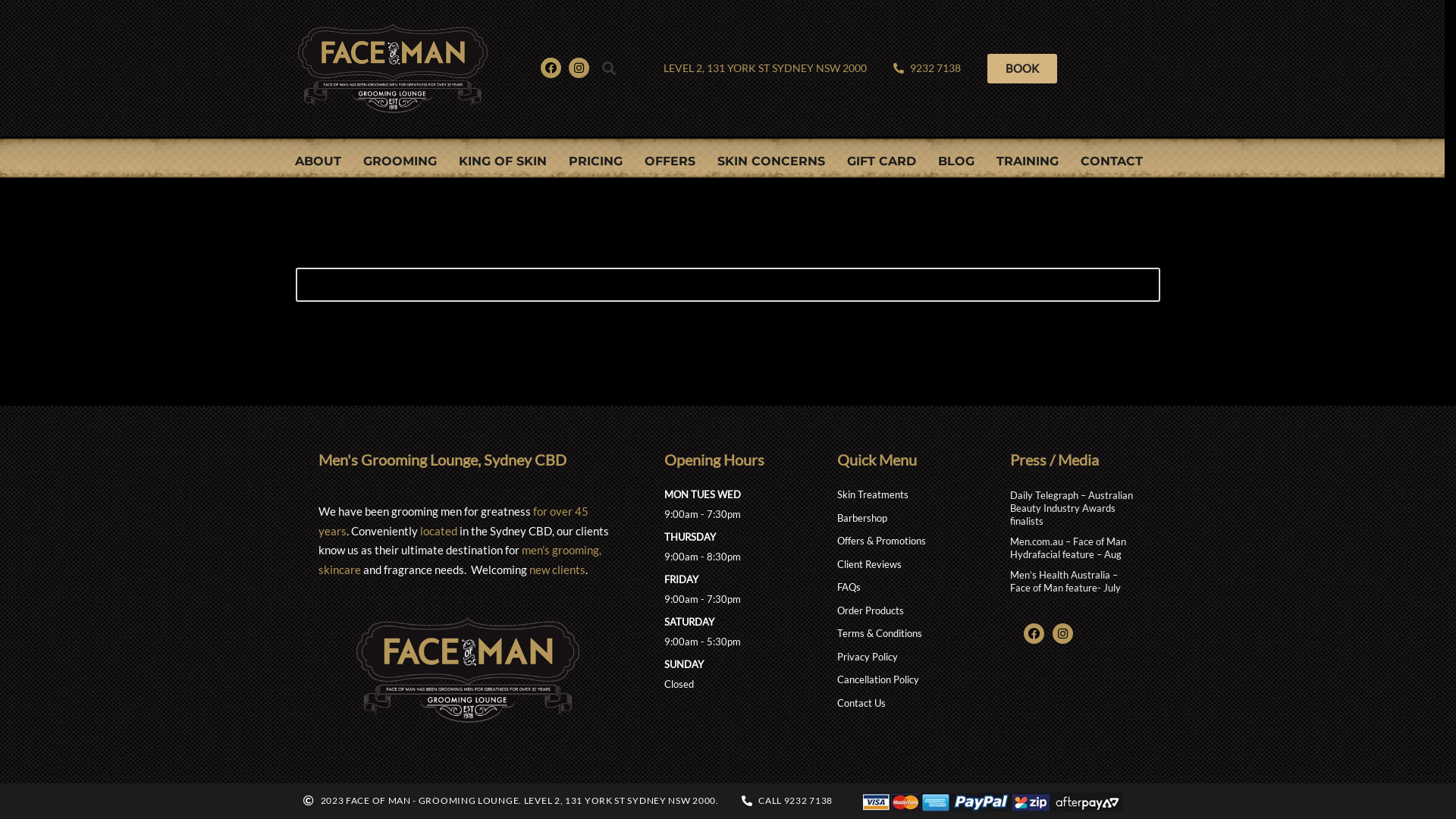 Image resolution: width=1456 pixels, height=819 pixels. Describe the element at coordinates (1074, 161) in the screenshot. I see `'CONTACT'` at that location.